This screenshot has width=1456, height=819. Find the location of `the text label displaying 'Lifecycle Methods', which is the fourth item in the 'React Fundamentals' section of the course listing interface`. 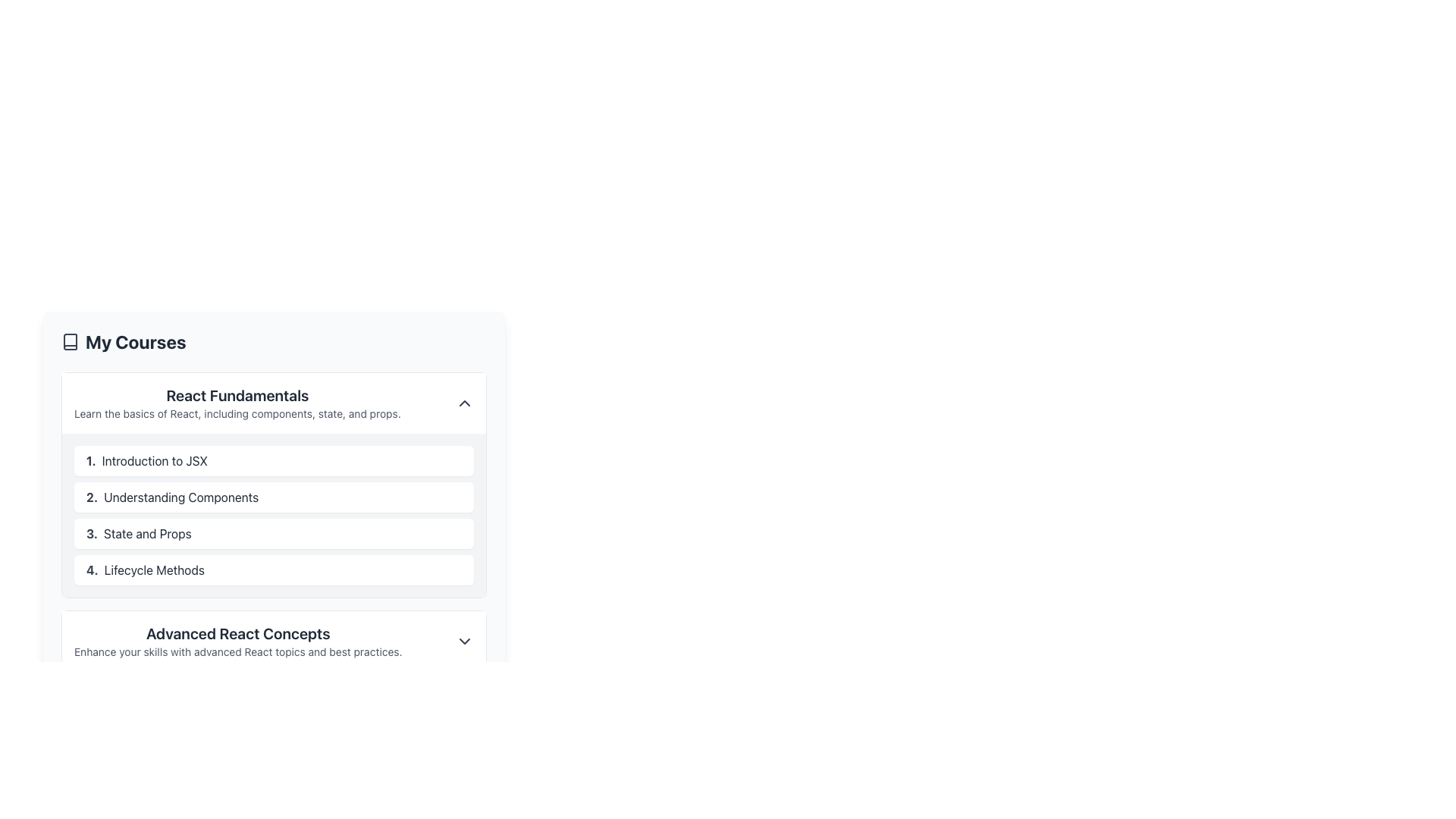

the text label displaying 'Lifecycle Methods', which is the fourth item in the 'React Fundamentals' section of the course listing interface is located at coordinates (154, 570).